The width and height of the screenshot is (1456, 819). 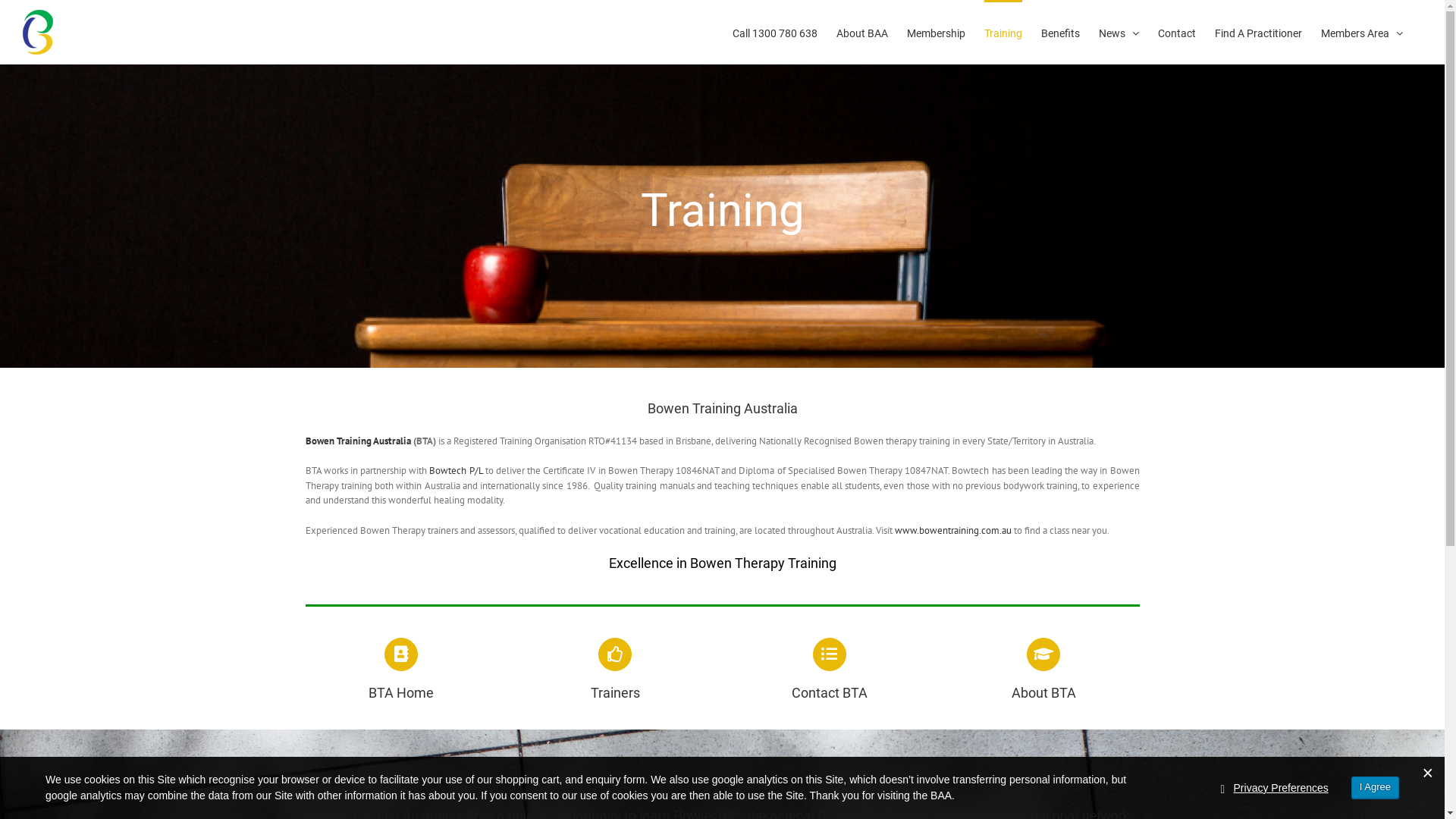 What do you see at coordinates (1059, 32) in the screenshot?
I see `'Benefits'` at bounding box center [1059, 32].